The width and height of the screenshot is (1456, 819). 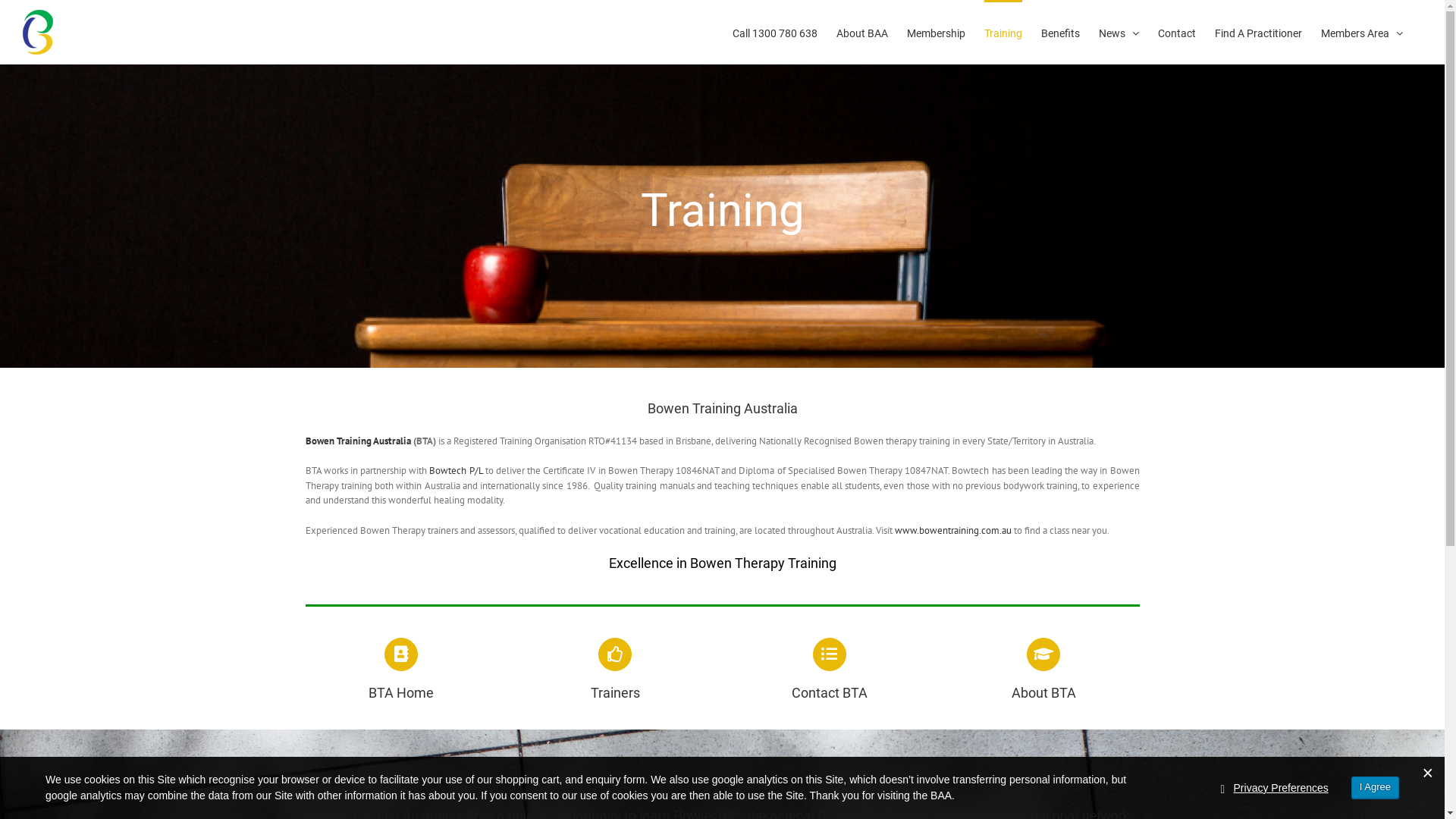 What do you see at coordinates (1059, 32) in the screenshot?
I see `'Benefits'` at bounding box center [1059, 32].